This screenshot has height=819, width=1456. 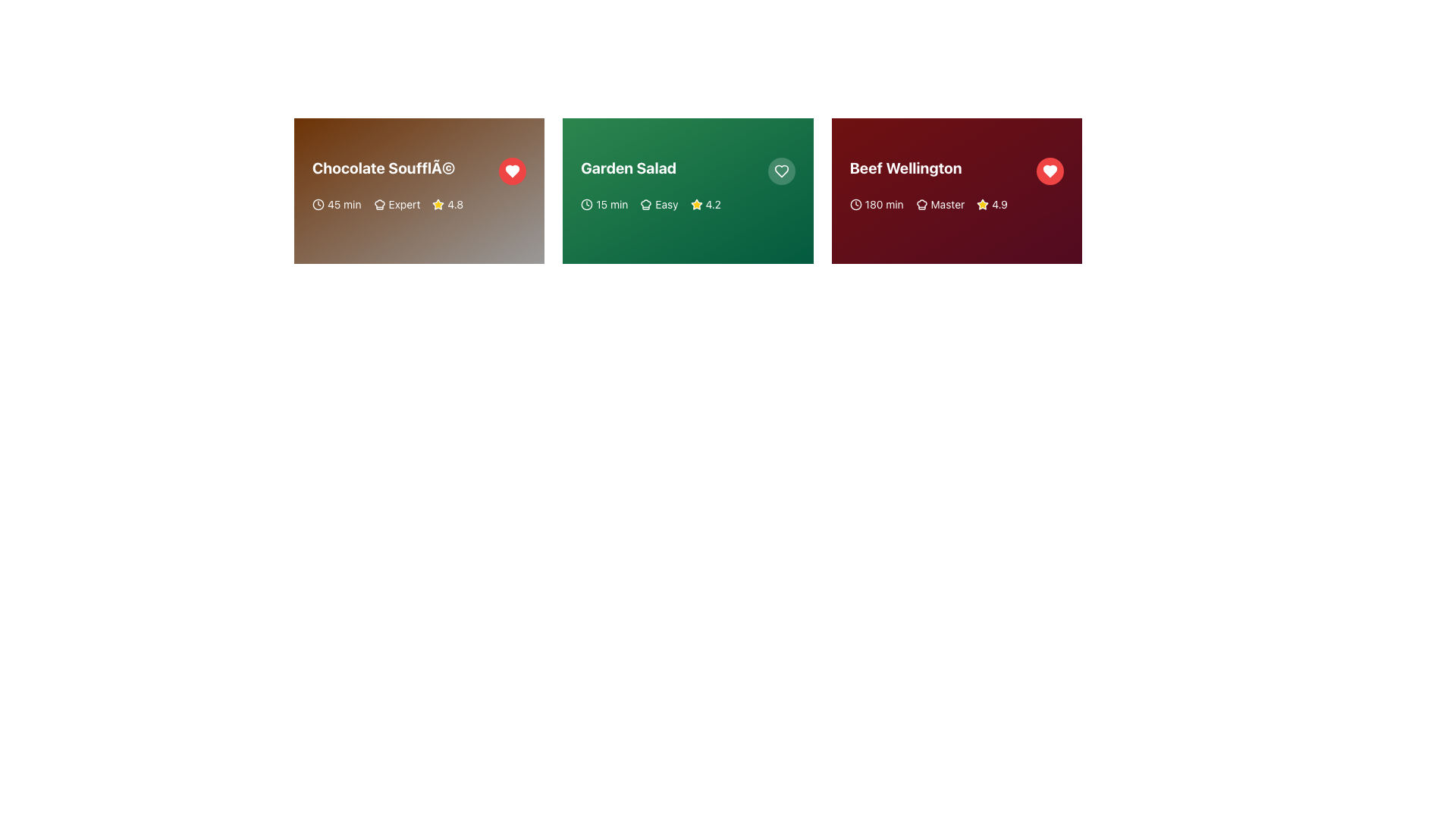 I want to click on the text label indicating the numerical rating for the 'Beef Wellington' card, located at the bottom right corner, immediately after the yellow star icon, so click(x=999, y=205).